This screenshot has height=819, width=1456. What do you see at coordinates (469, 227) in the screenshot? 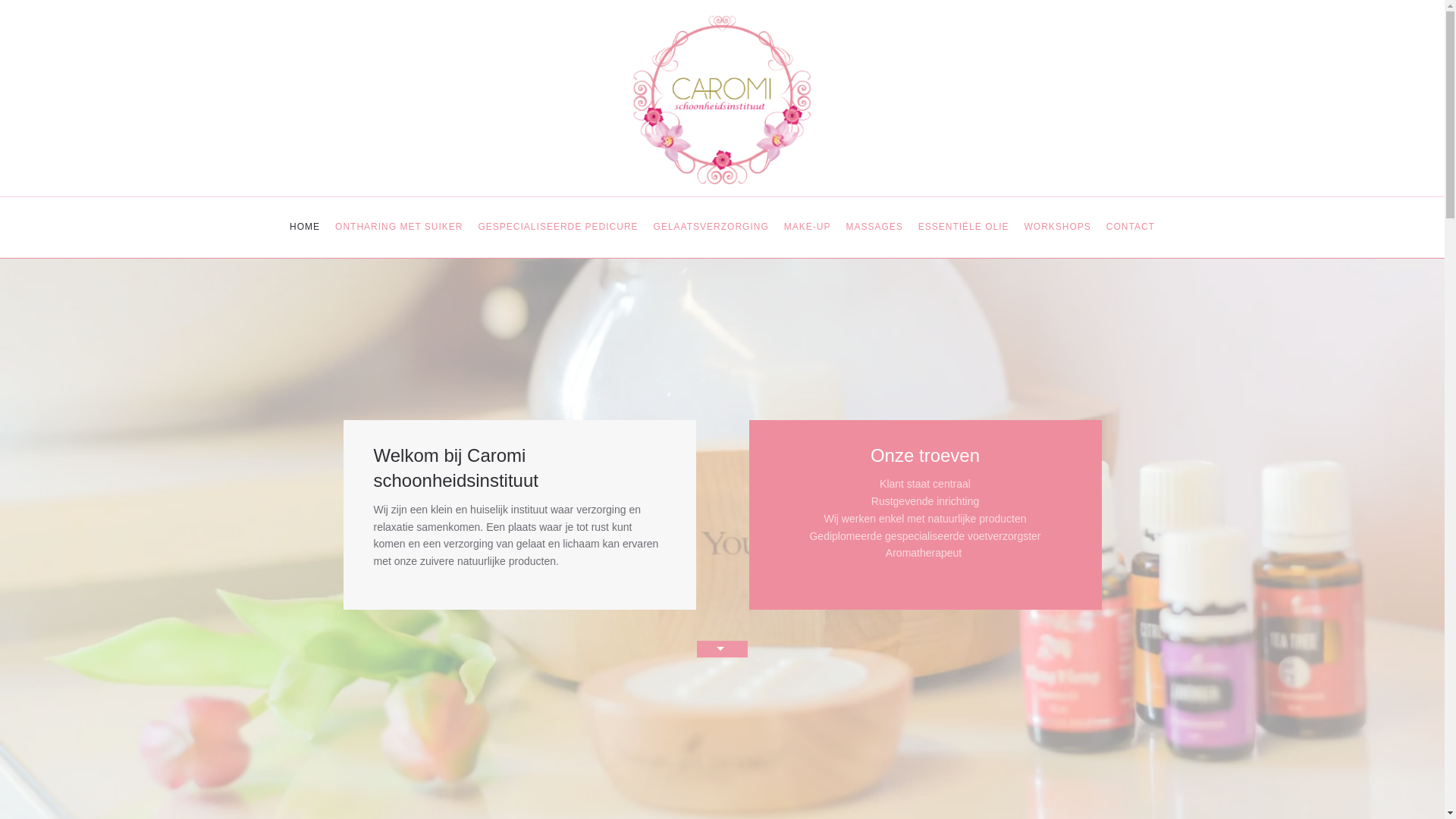
I see `'GESPECIALISEERDE PEDICURE'` at bounding box center [469, 227].